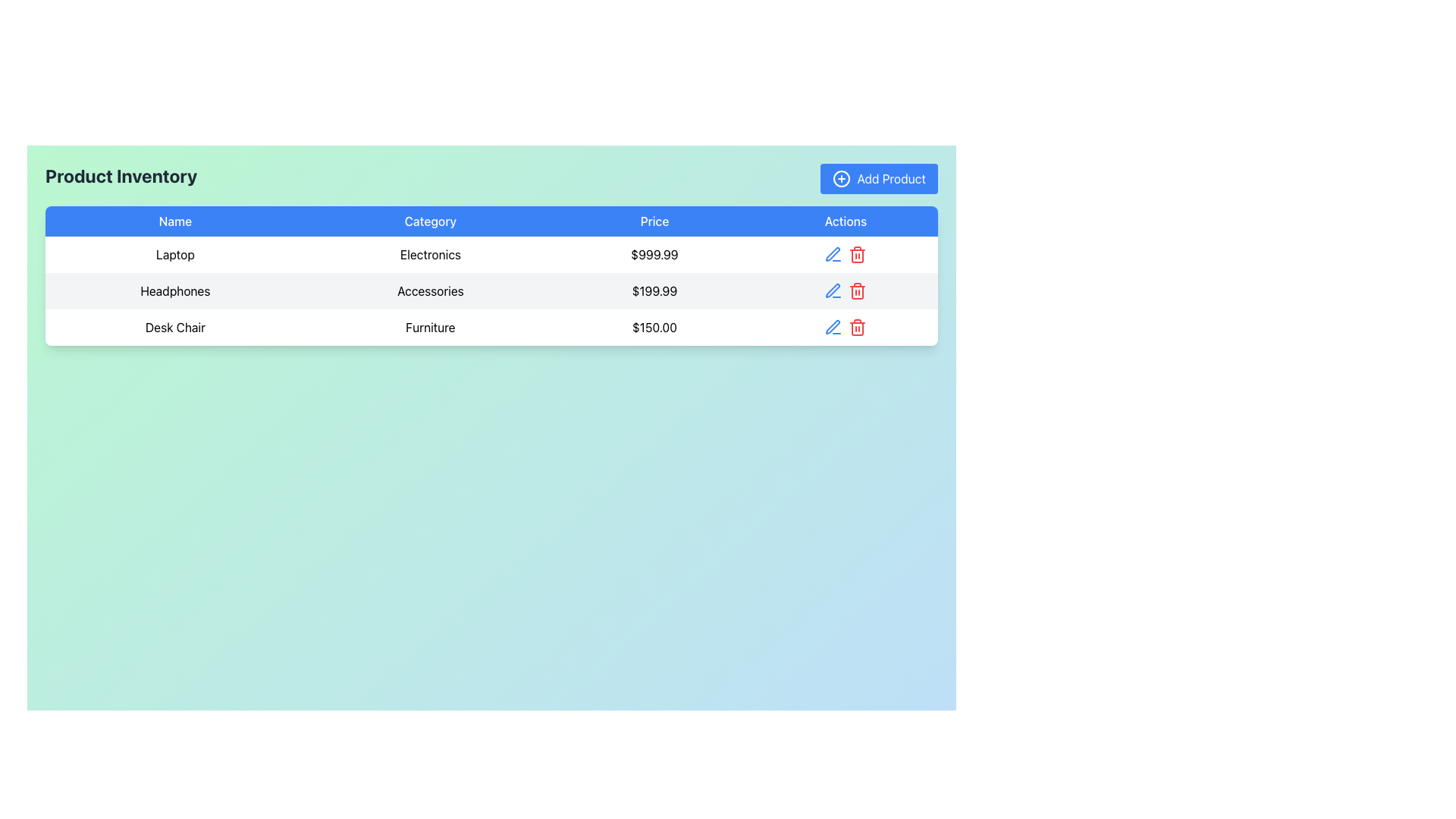 The width and height of the screenshot is (1456, 819). What do you see at coordinates (858, 253) in the screenshot?
I see `the delete button icon located in the 'Actions' column of the top row of the table` at bounding box center [858, 253].